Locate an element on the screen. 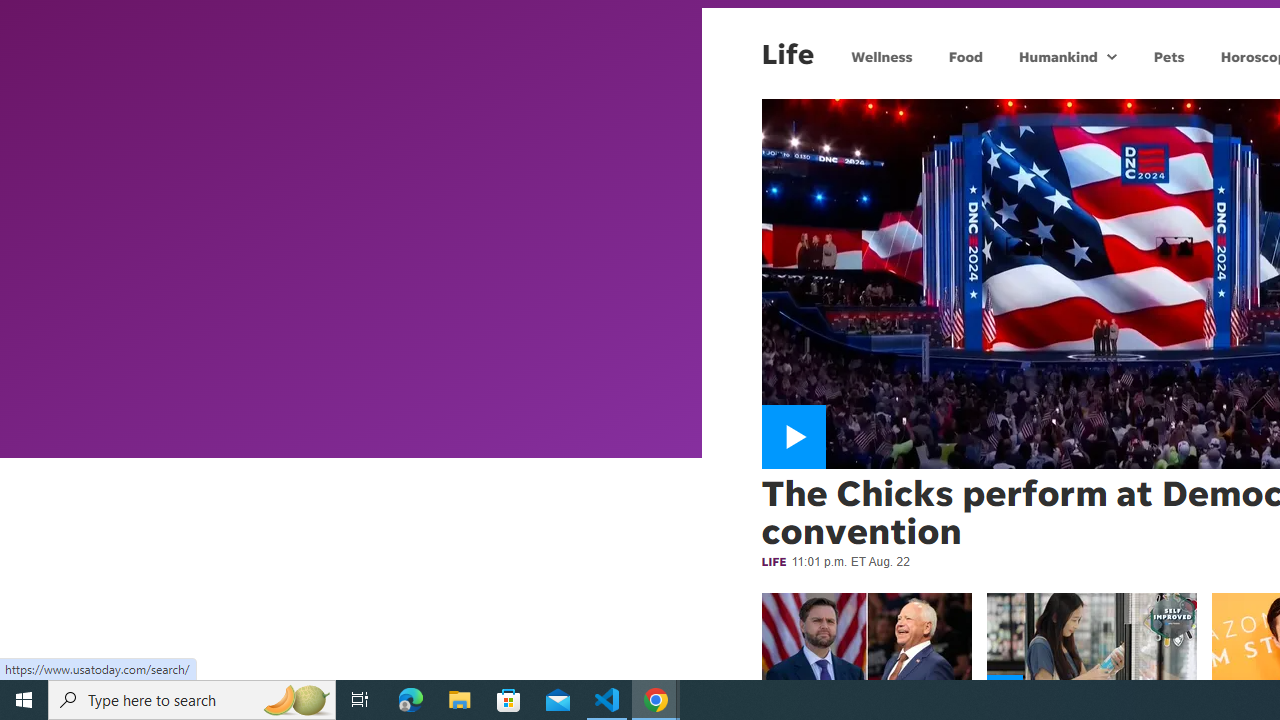 The width and height of the screenshot is (1280, 720). 'Food' is located at coordinates (965, 55).